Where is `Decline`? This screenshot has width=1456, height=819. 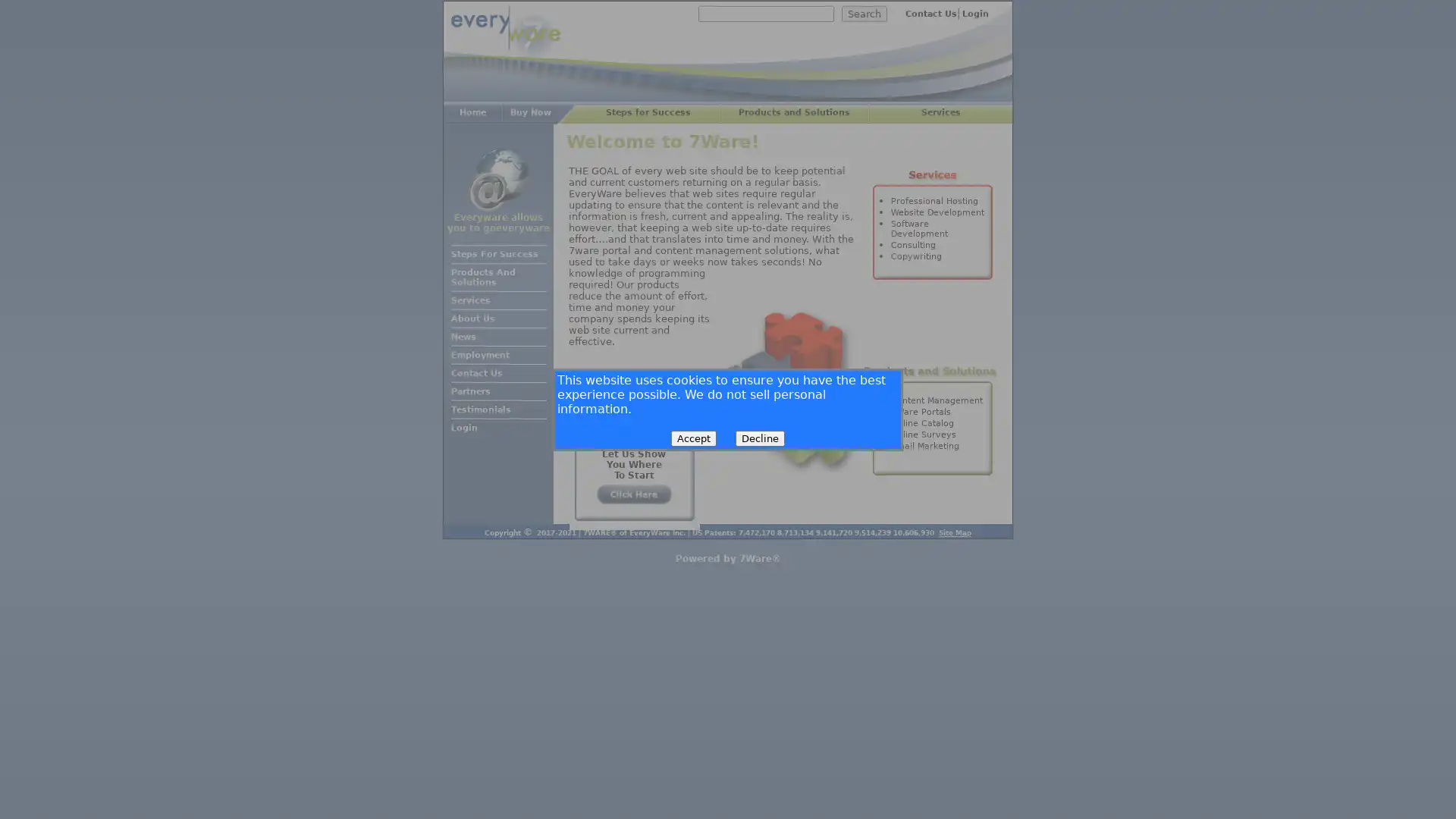 Decline is located at coordinates (760, 438).